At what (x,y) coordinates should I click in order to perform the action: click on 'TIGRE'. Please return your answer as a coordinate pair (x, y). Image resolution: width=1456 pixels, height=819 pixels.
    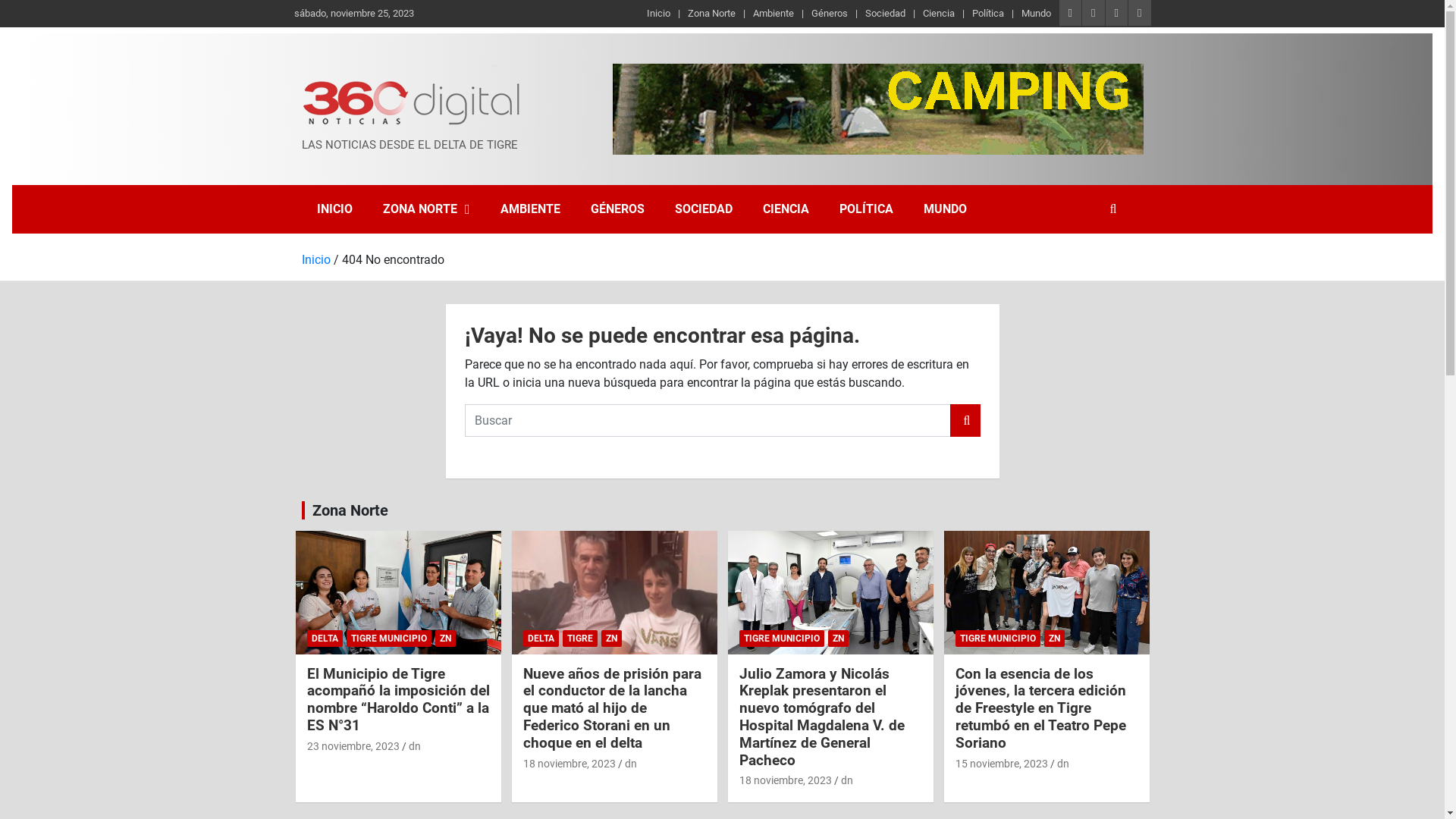
    Looking at the image, I should click on (562, 638).